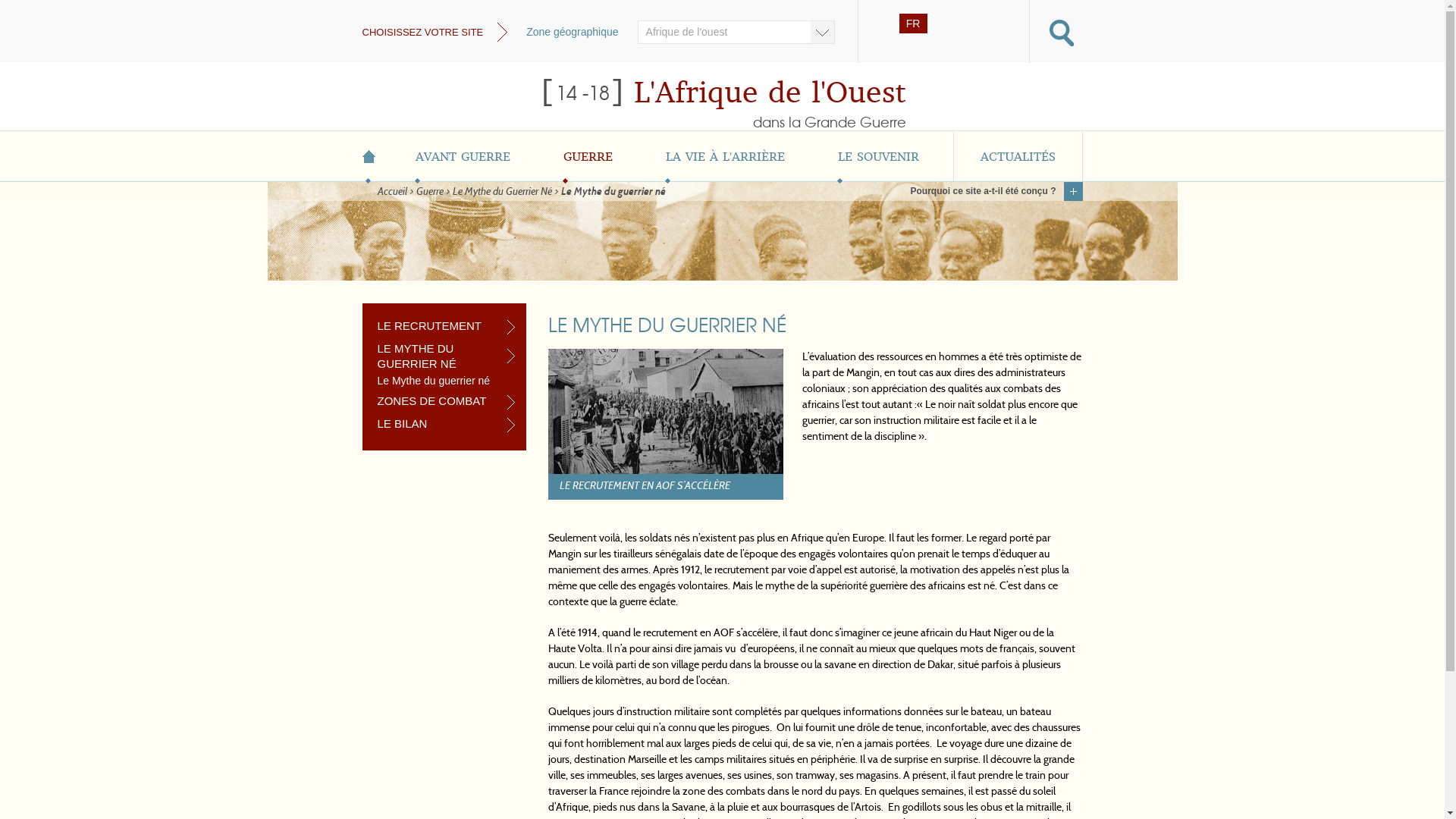 Image resolution: width=1456 pixels, height=819 pixels. What do you see at coordinates (378, 325) in the screenshot?
I see `'LE RECRUTEMENT'` at bounding box center [378, 325].